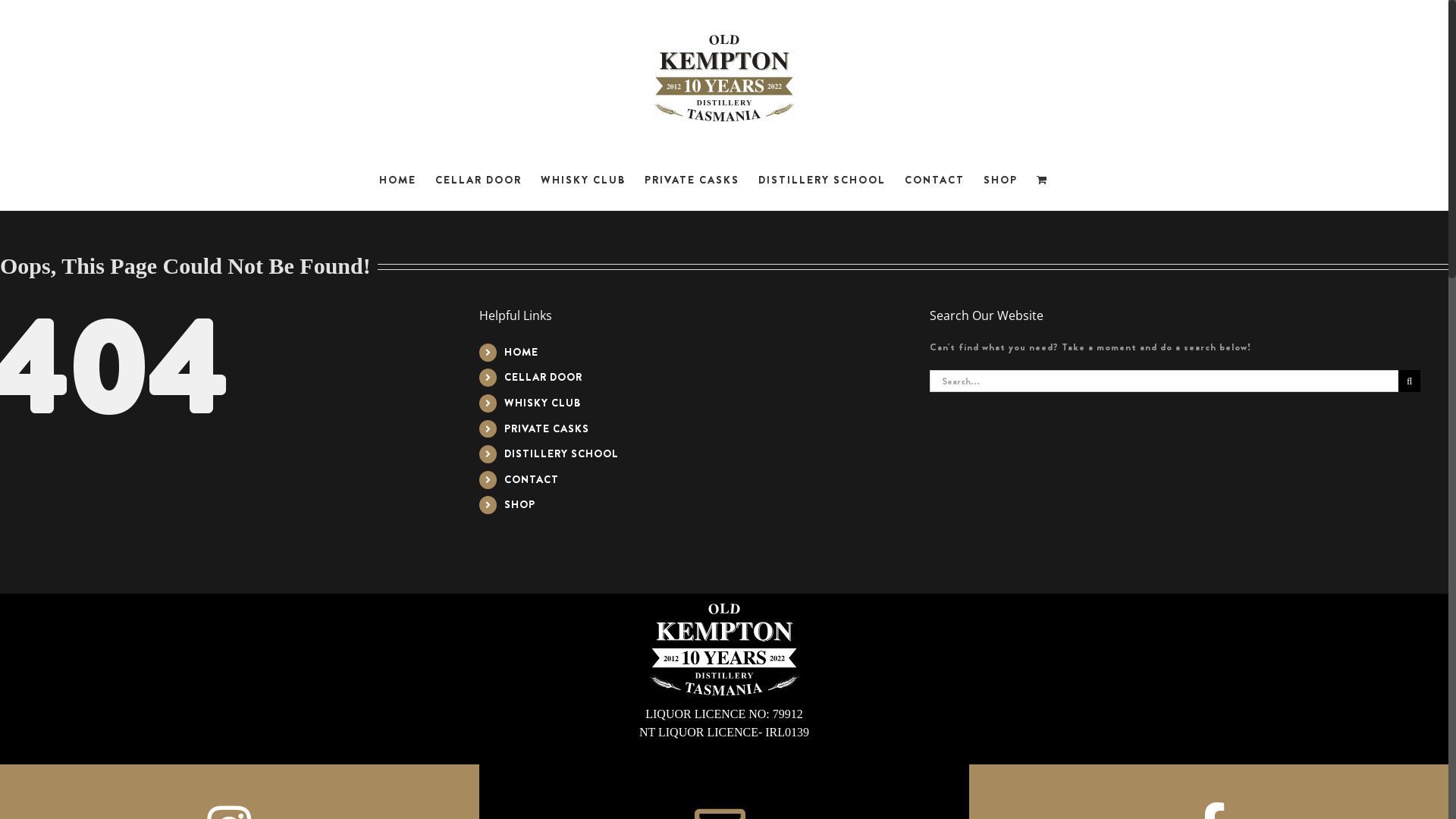 Image resolution: width=1456 pixels, height=819 pixels. I want to click on 'PRIVATE CASKS', so click(691, 178).